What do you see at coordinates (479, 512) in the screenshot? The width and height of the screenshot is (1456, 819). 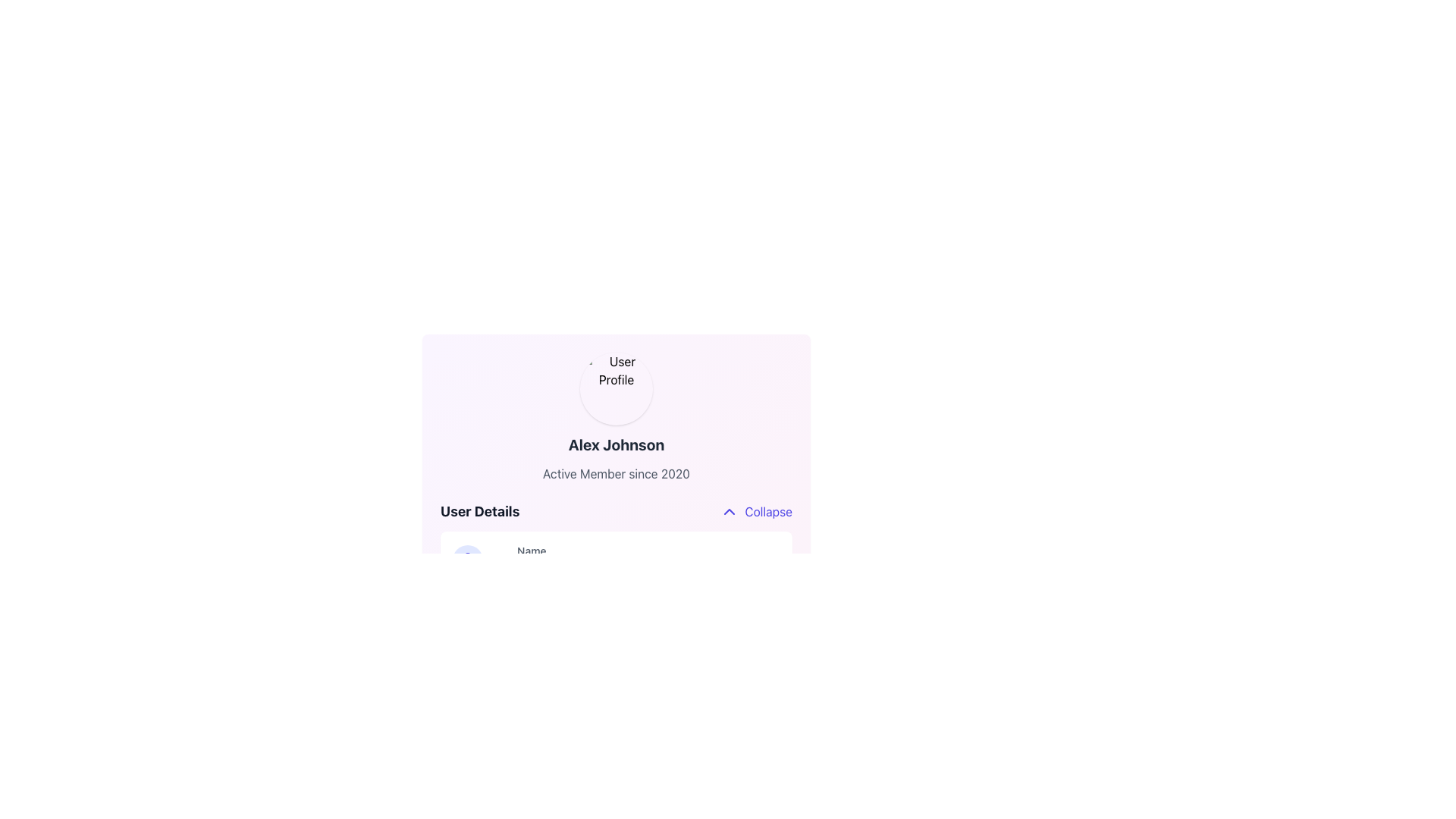 I see `'User Details' header label located on the far left above the details area in the user profile section to understand the section context` at bounding box center [479, 512].